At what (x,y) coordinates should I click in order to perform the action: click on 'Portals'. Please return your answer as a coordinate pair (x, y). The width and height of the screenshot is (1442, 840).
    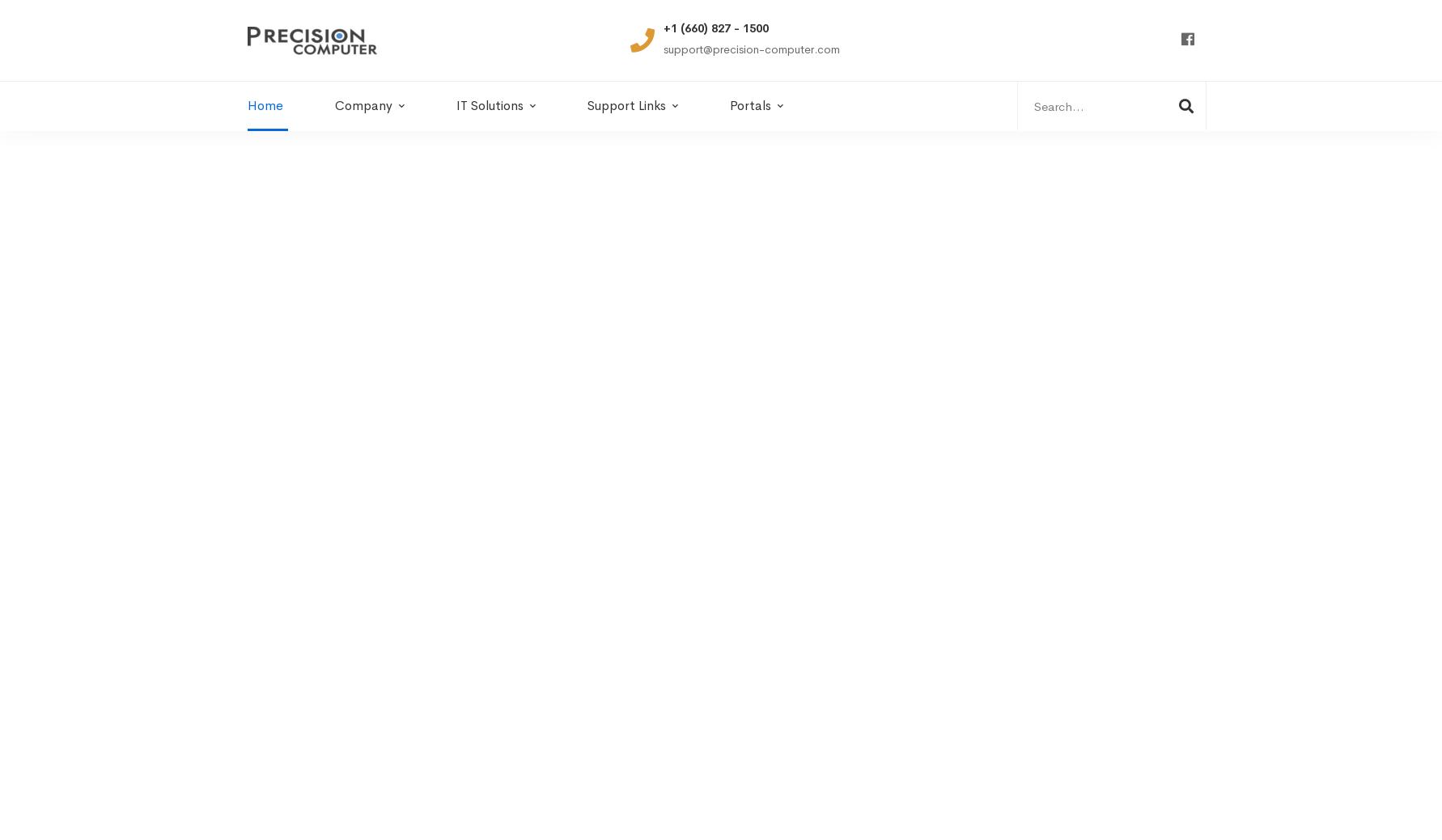
    Looking at the image, I should click on (750, 104).